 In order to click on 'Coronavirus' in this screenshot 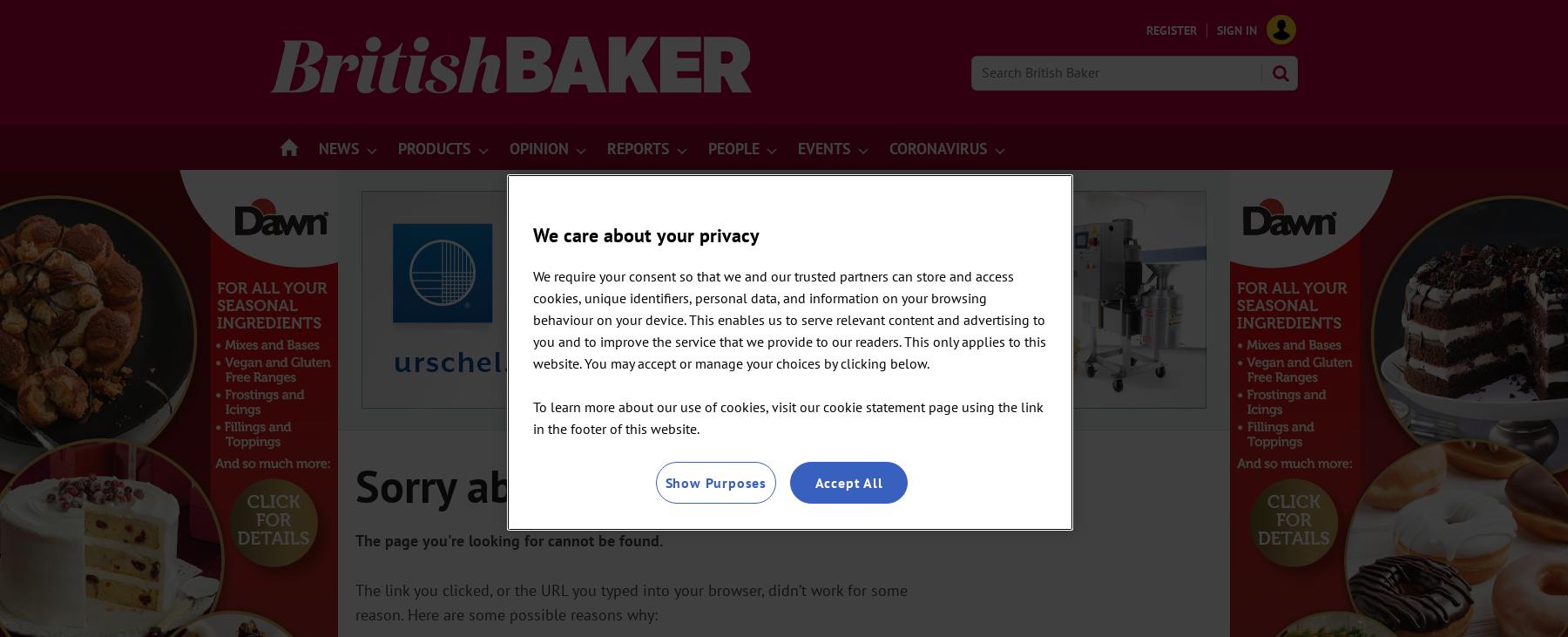, I will do `click(889, 148)`.